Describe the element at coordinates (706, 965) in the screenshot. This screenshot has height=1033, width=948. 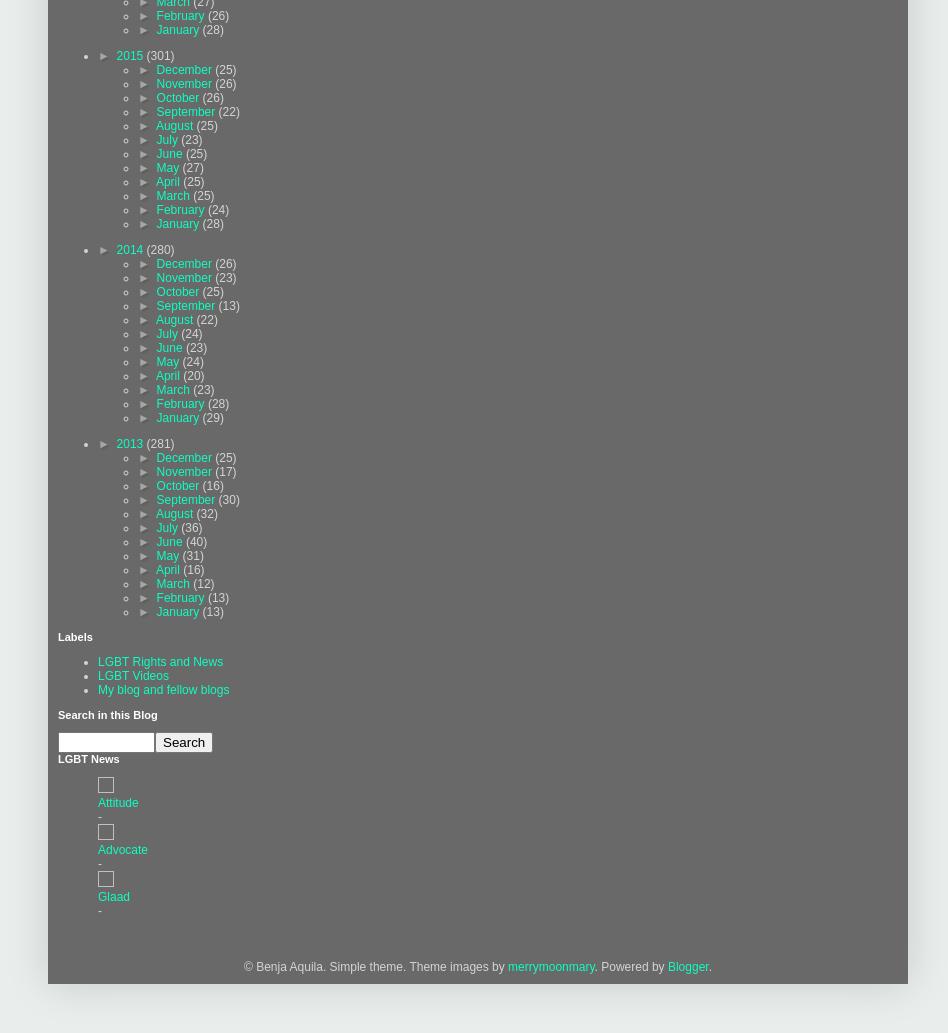
I see `'.'` at that location.